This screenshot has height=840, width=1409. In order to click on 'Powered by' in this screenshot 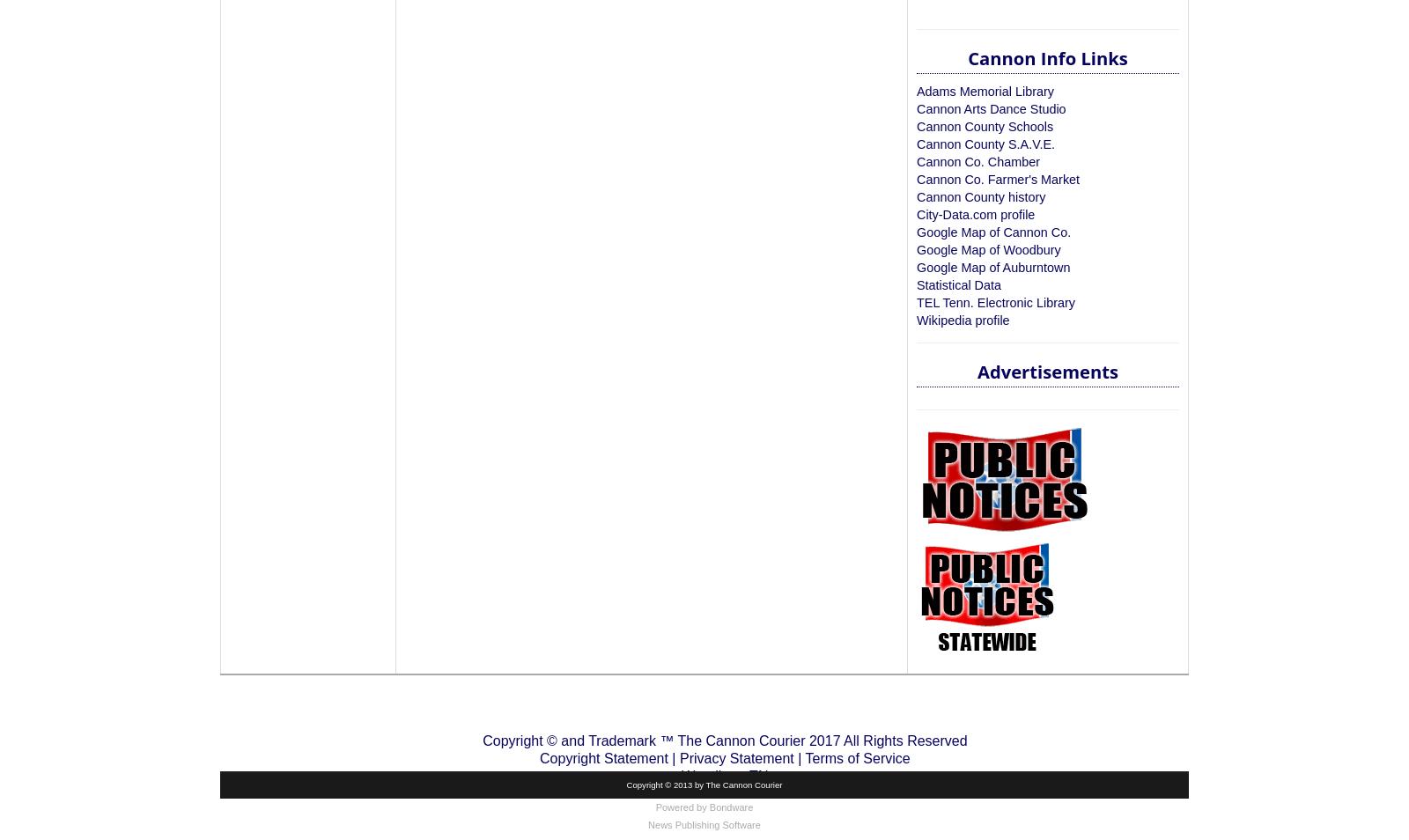, I will do `click(655, 807)`.